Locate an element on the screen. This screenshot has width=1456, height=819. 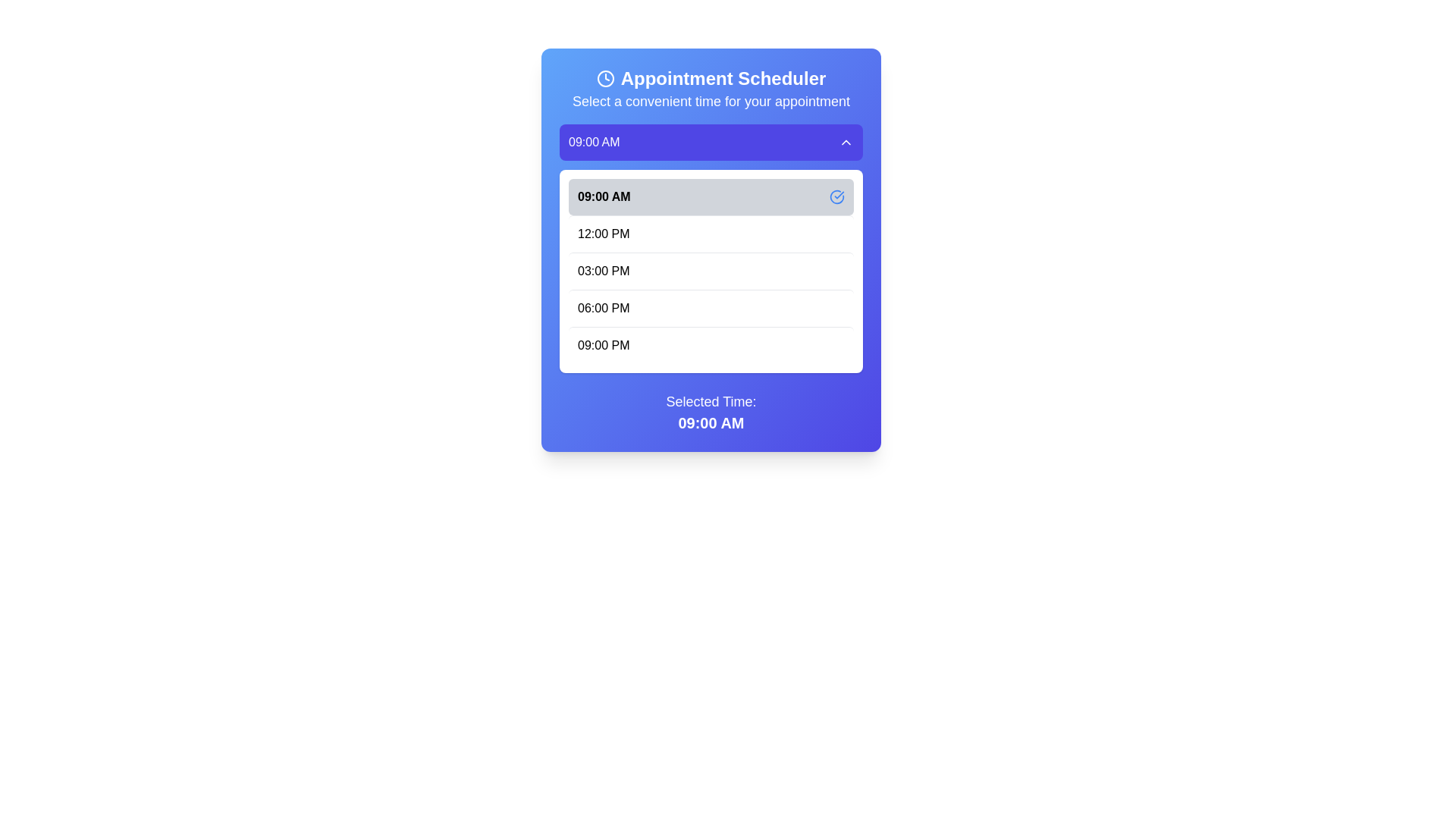
on the option item displaying '03:00 PM' is located at coordinates (710, 270).